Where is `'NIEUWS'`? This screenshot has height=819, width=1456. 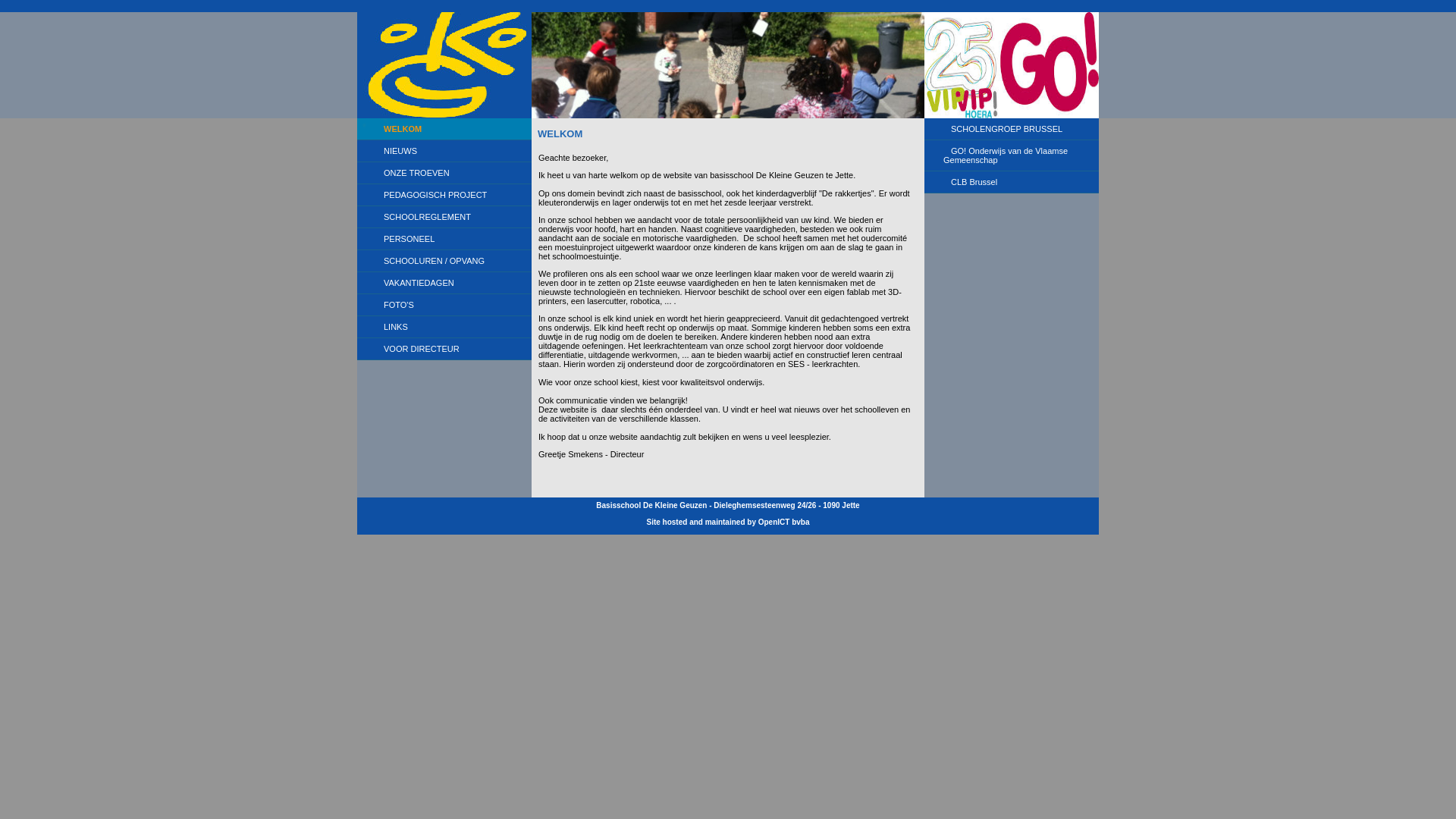
'NIEUWS' is located at coordinates (356, 151).